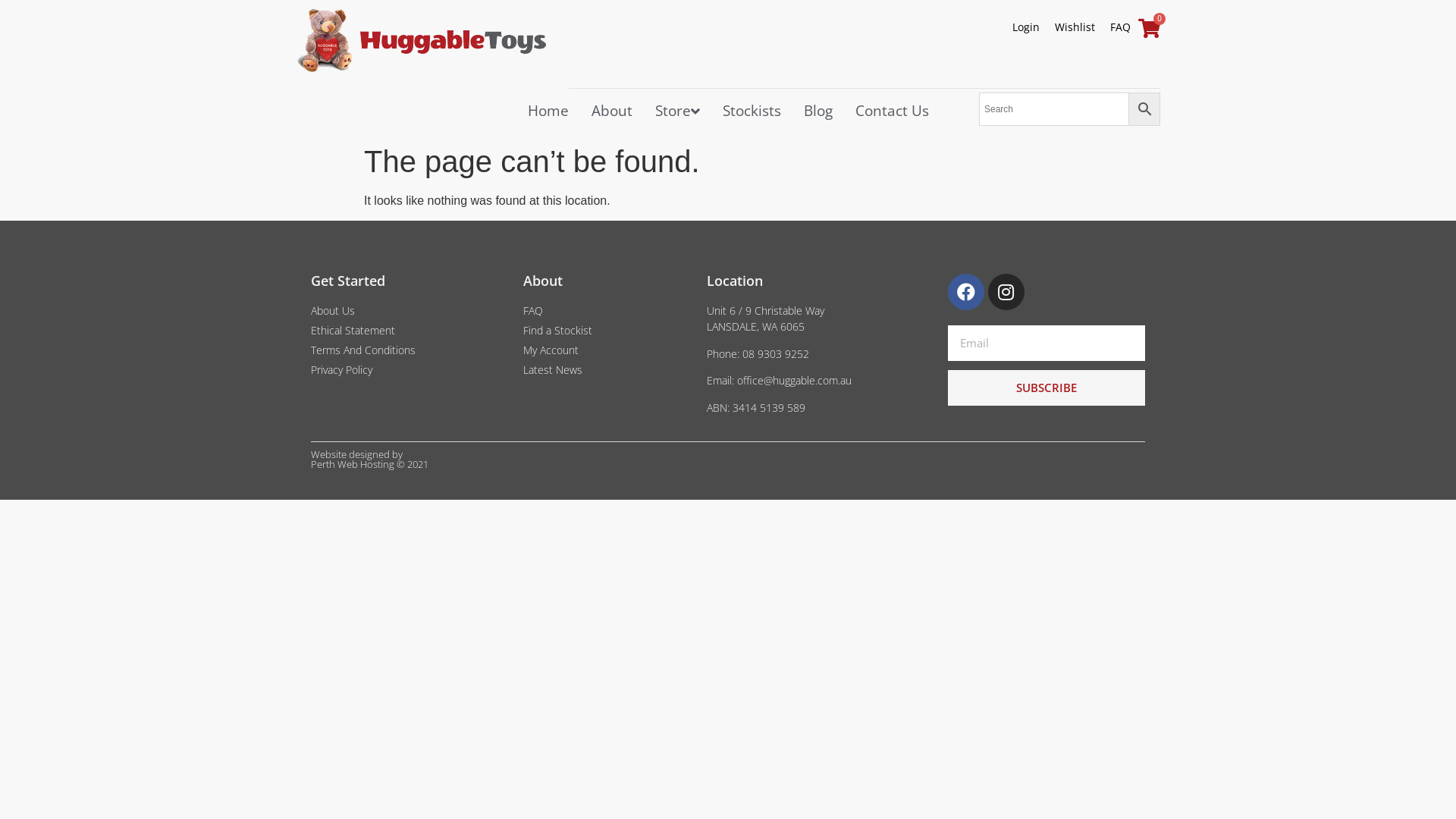 This screenshot has width=1456, height=819. Describe the element at coordinates (775, 353) in the screenshot. I see `'08 9303 9252'` at that location.